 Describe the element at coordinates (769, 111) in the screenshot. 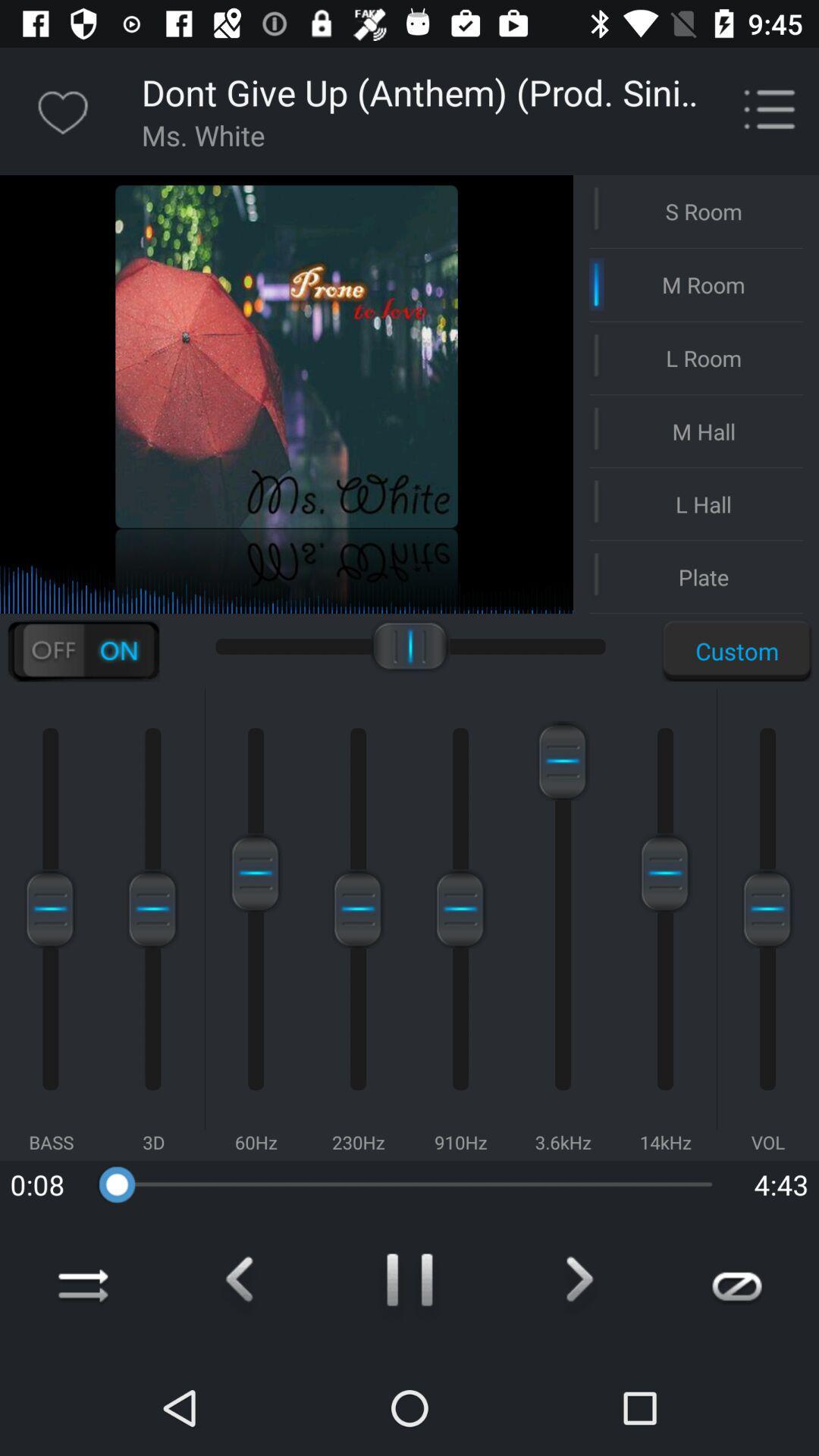

I see `the list icon` at that location.